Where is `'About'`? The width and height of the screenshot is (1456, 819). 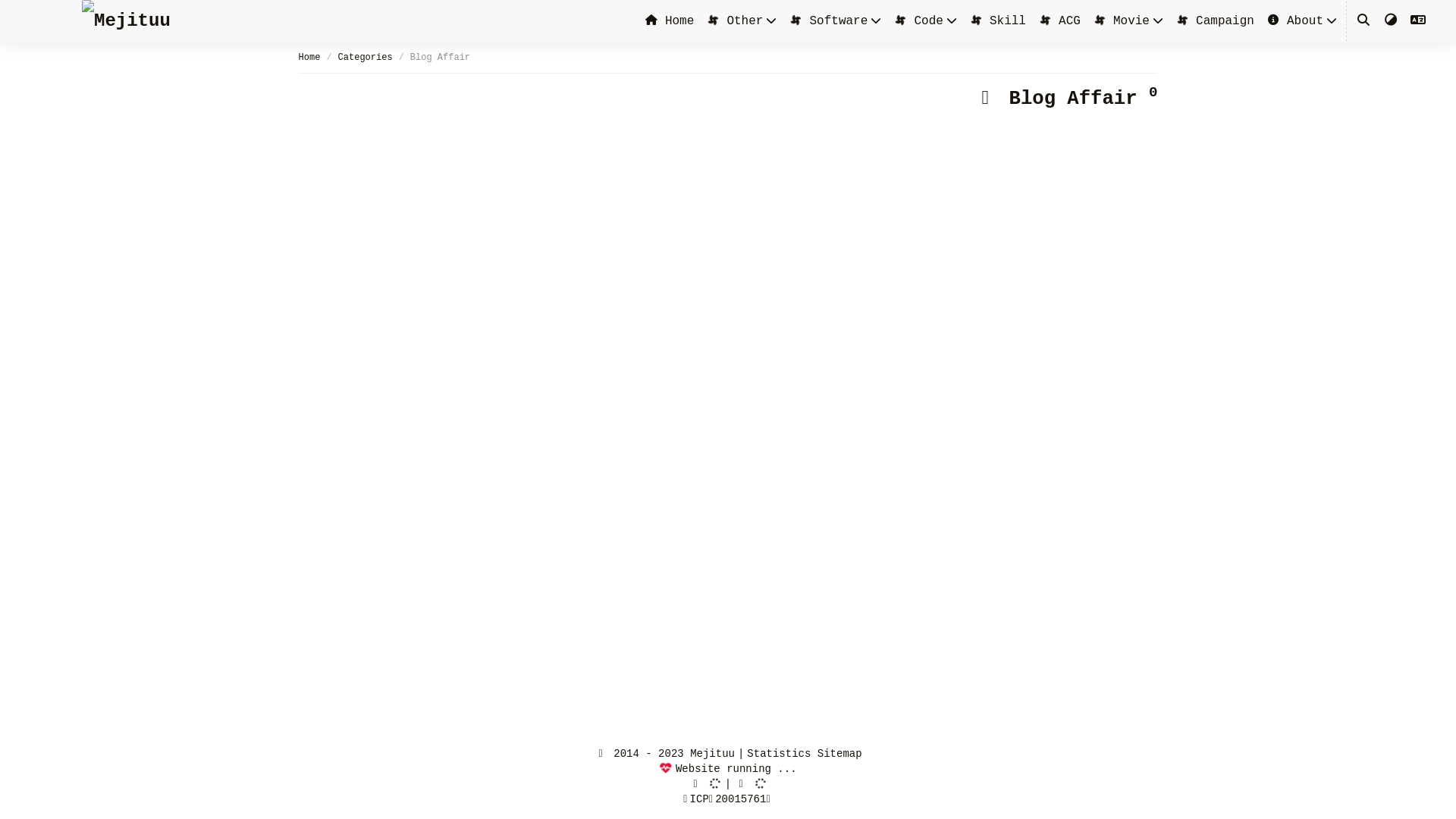
'About' is located at coordinates (1266, 20).